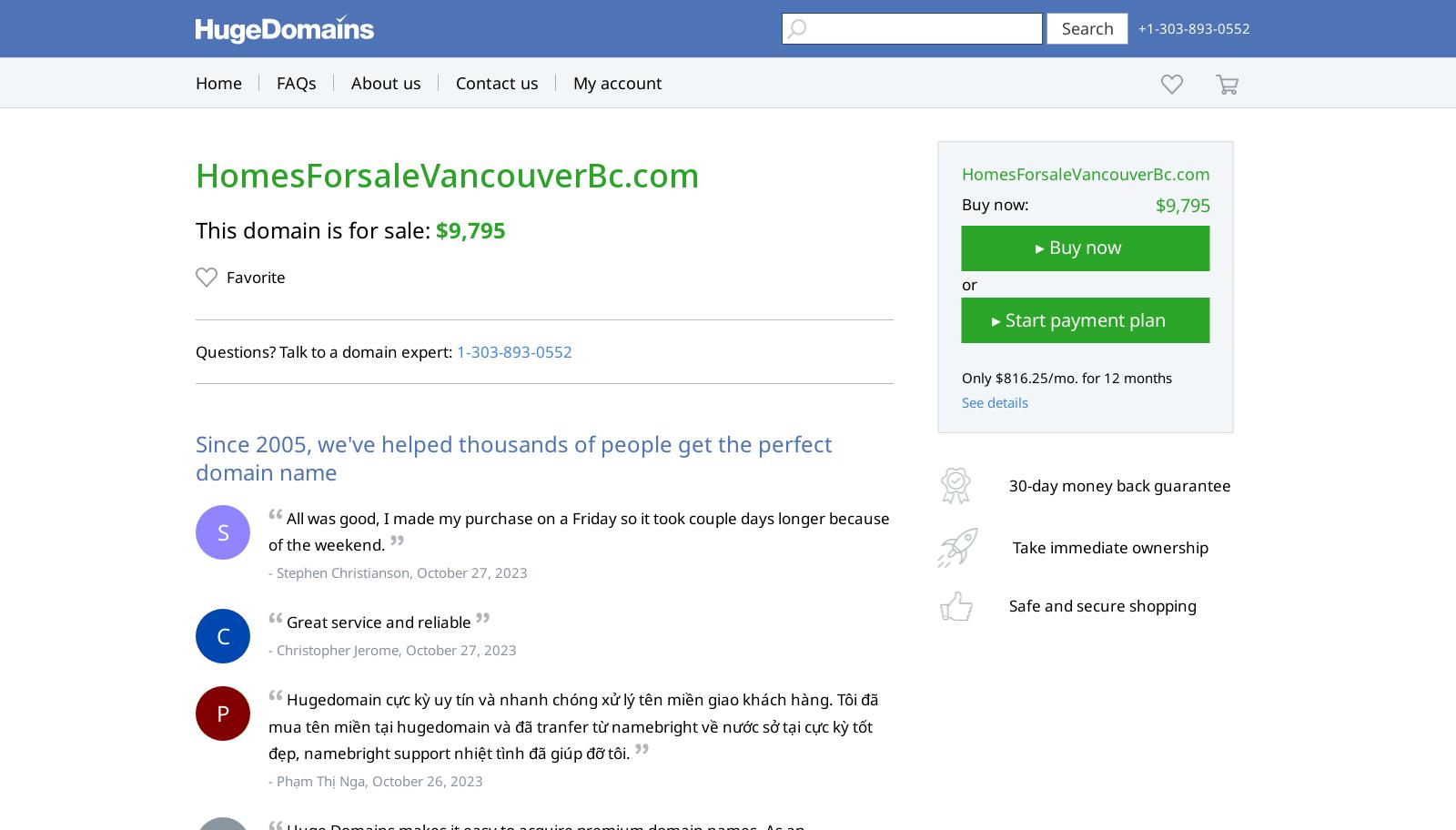 This screenshot has width=1456, height=830. I want to click on '- Stephen Christianson, October 27, 2023', so click(397, 572).